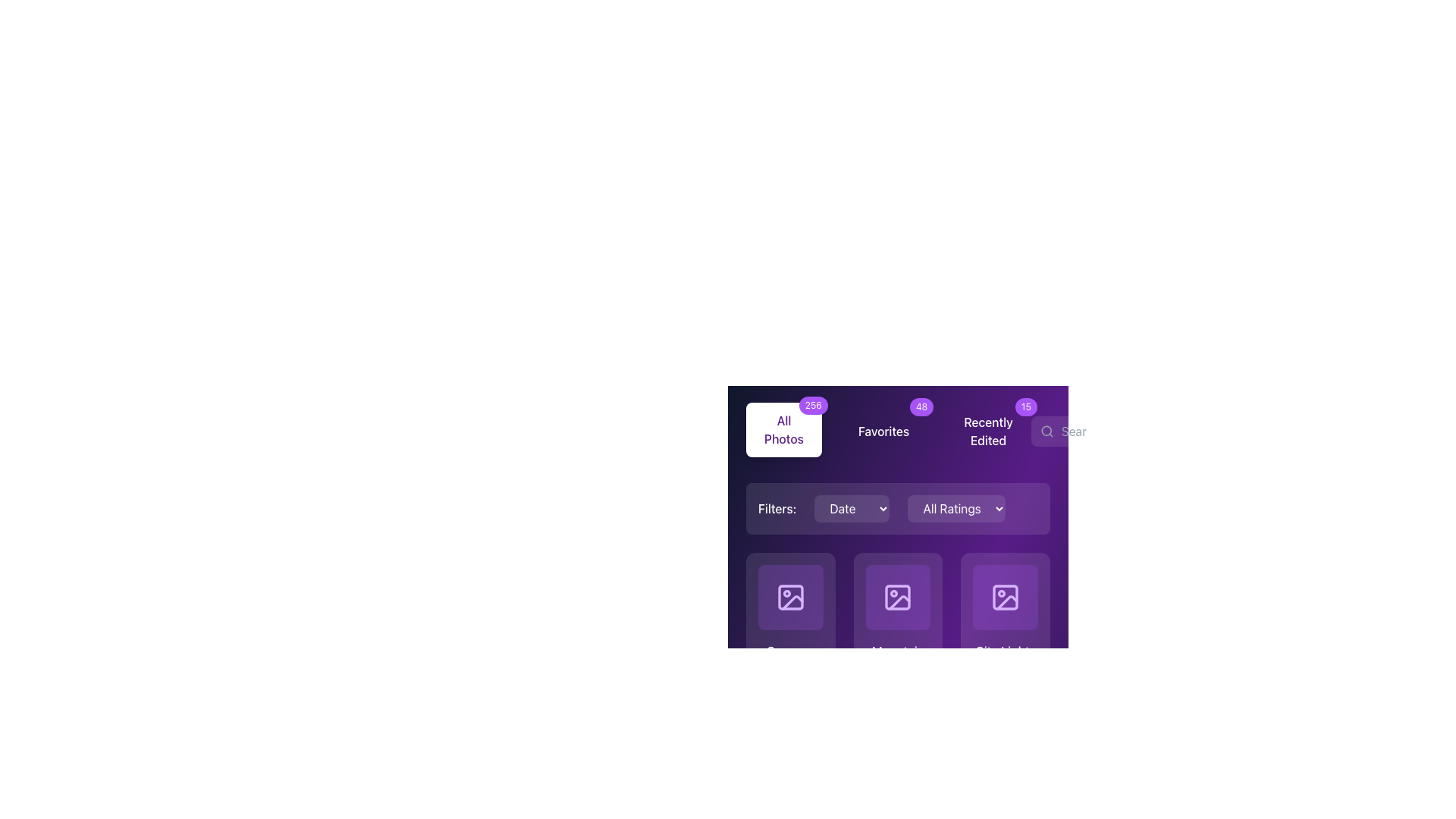 The width and height of the screenshot is (1456, 819). What do you see at coordinates (1006, 629) in the screenshot?
I see `the third card in the first row of the grid displaying a content preview` at bounding box center [1006, 629].